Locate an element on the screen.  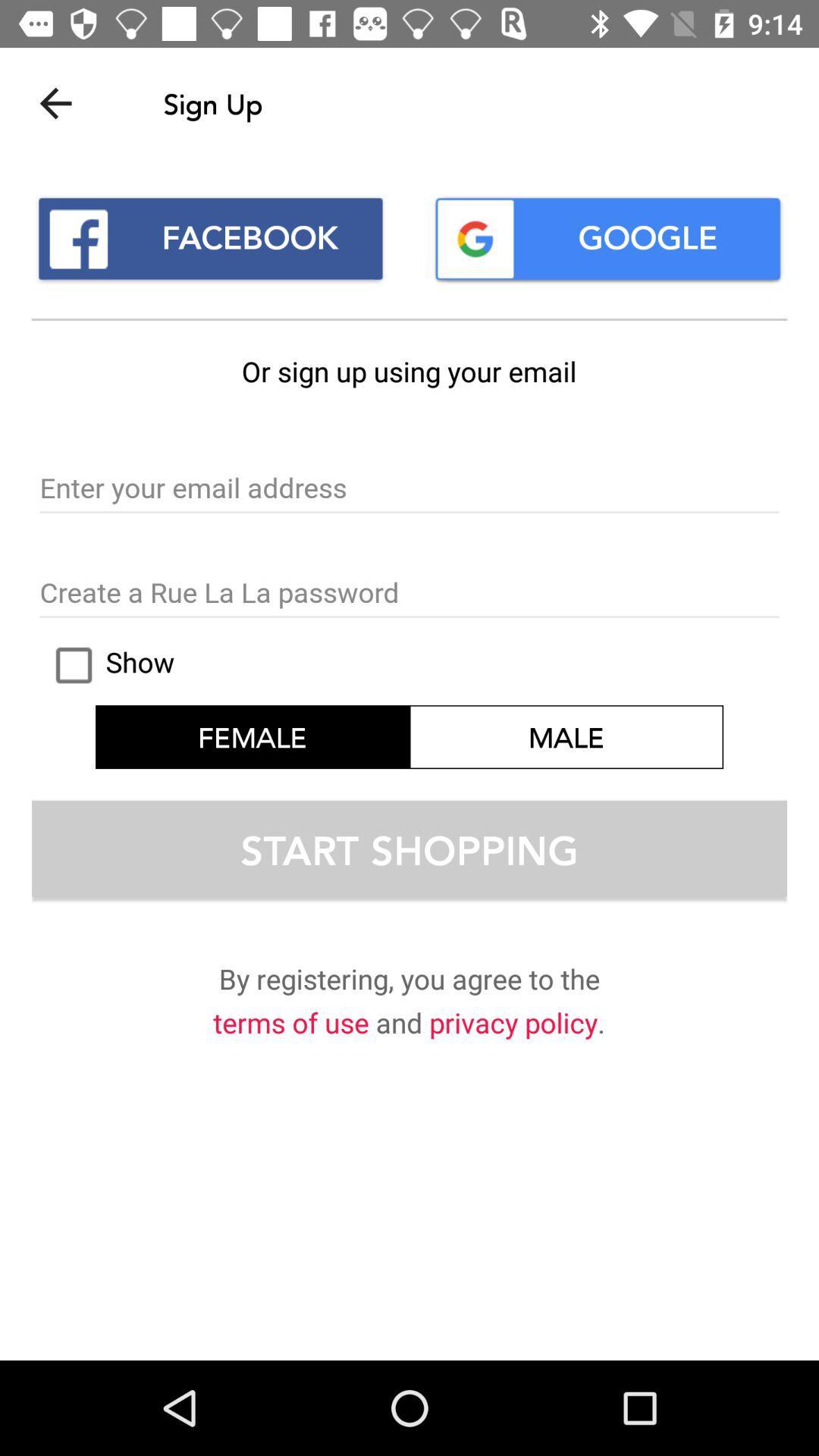
password is located at coordinates (409, 593).